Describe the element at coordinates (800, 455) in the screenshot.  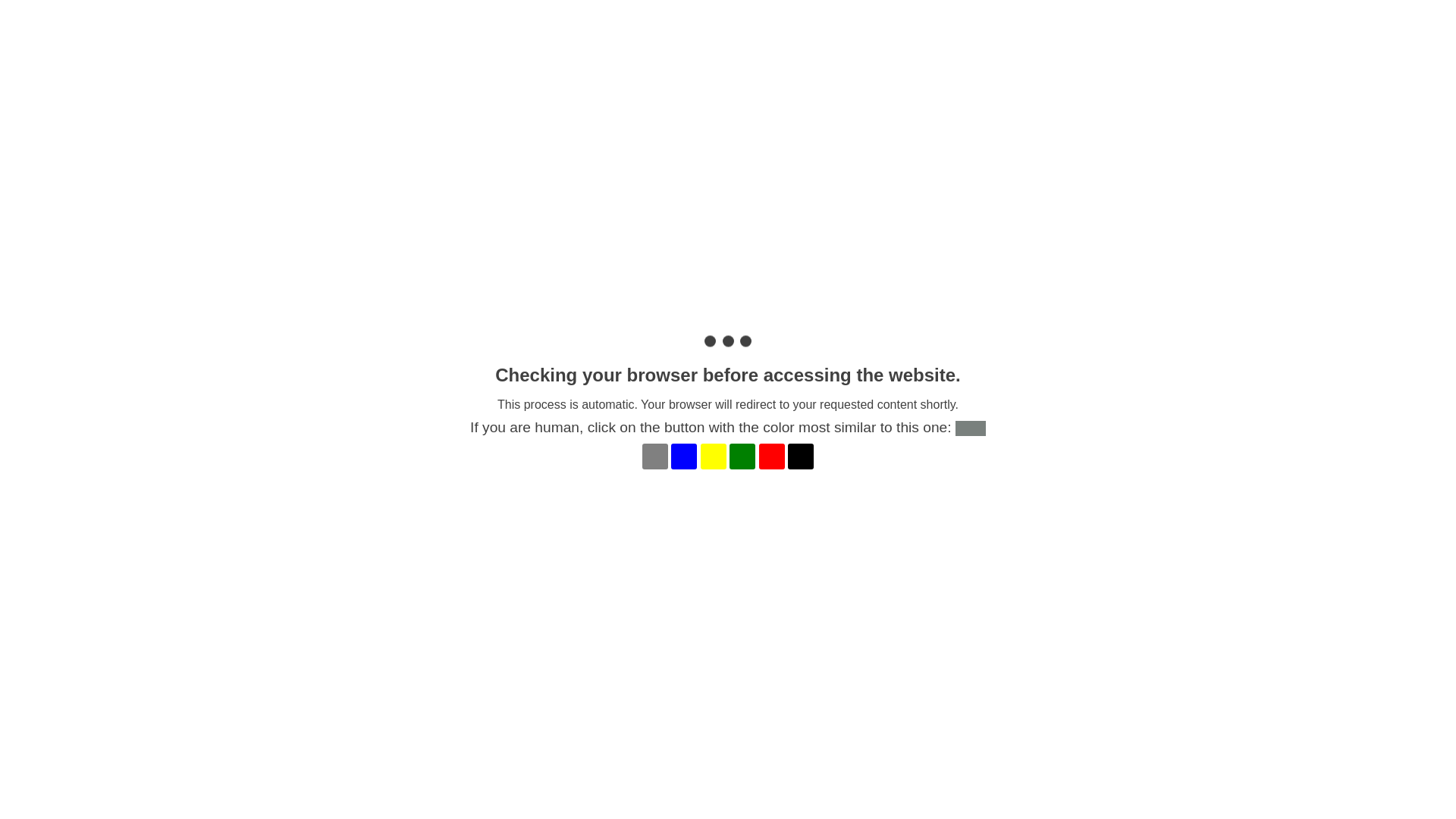
I see `'BLACK'` at that location.